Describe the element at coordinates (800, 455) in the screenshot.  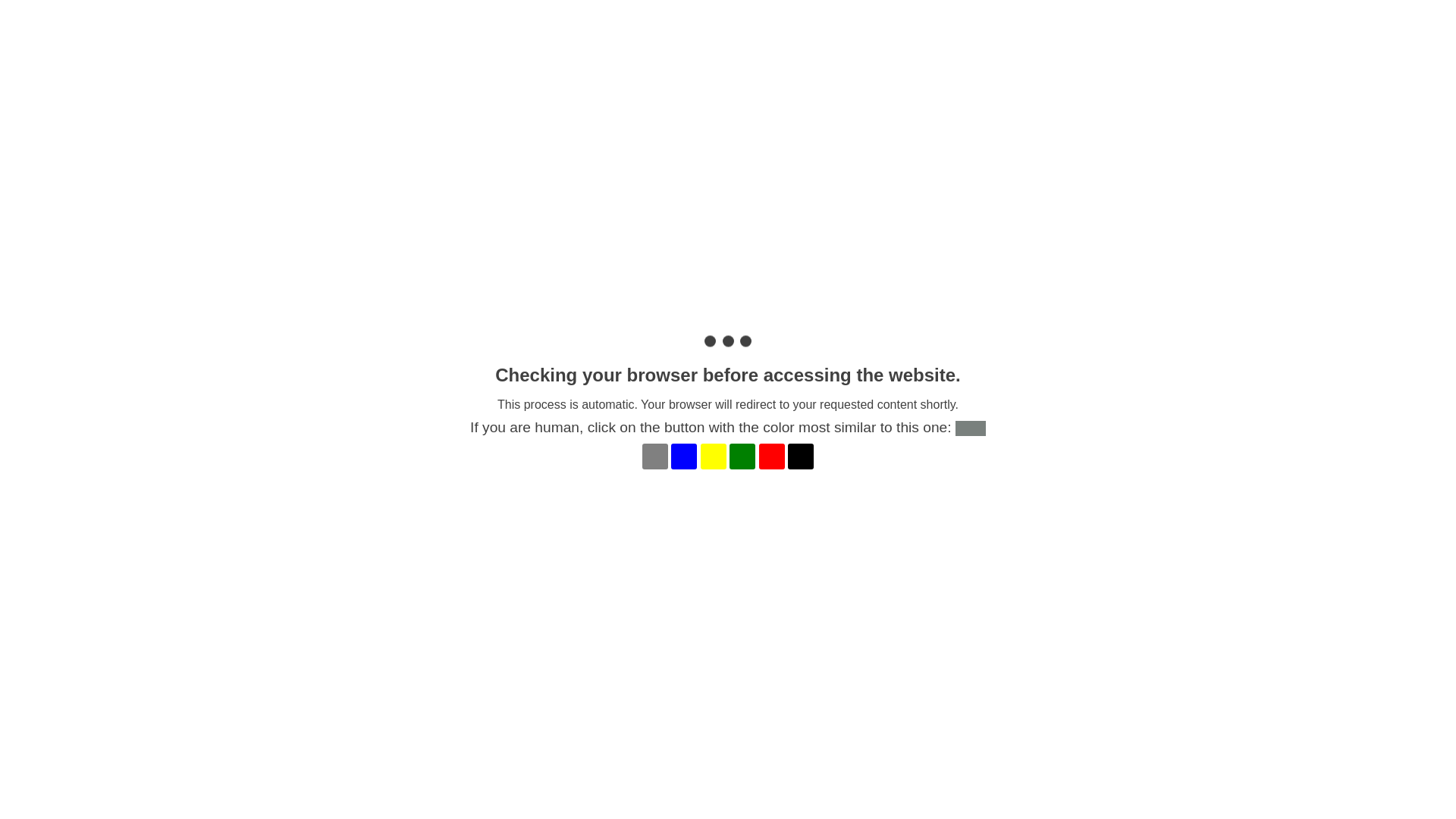
I see `'BLACK'` at that location.